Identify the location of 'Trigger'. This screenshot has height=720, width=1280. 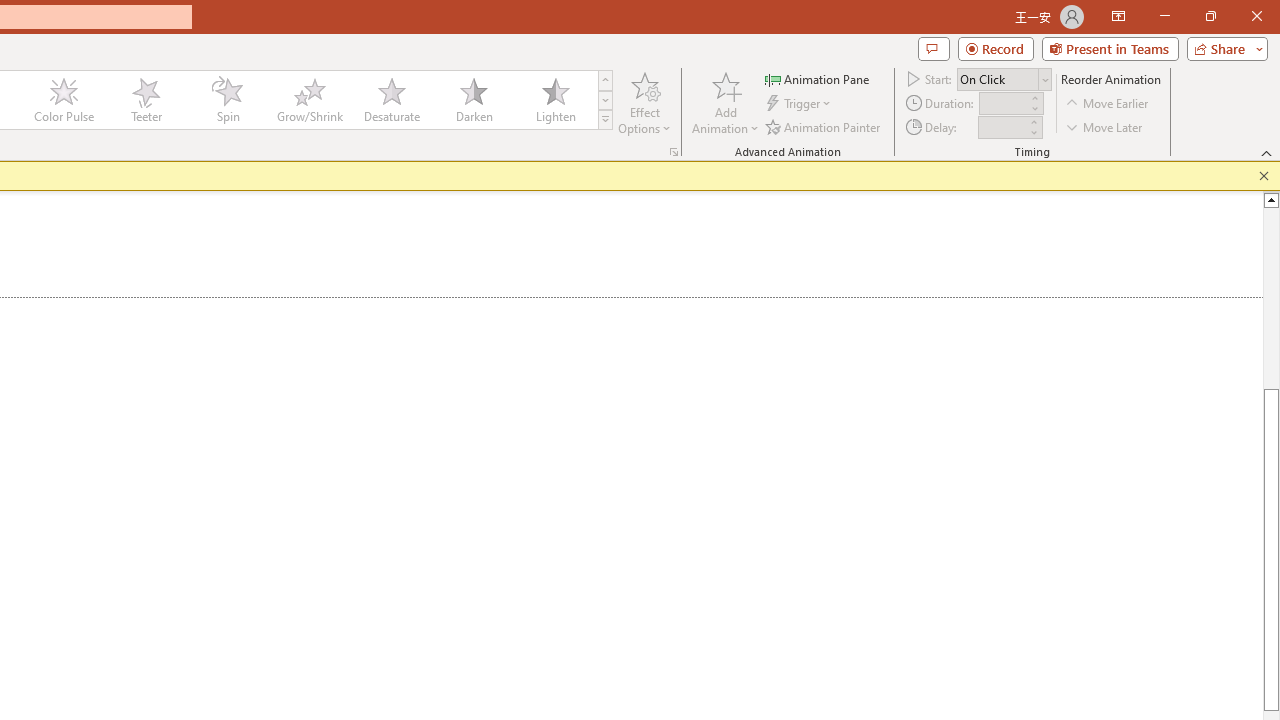
(800, 103).